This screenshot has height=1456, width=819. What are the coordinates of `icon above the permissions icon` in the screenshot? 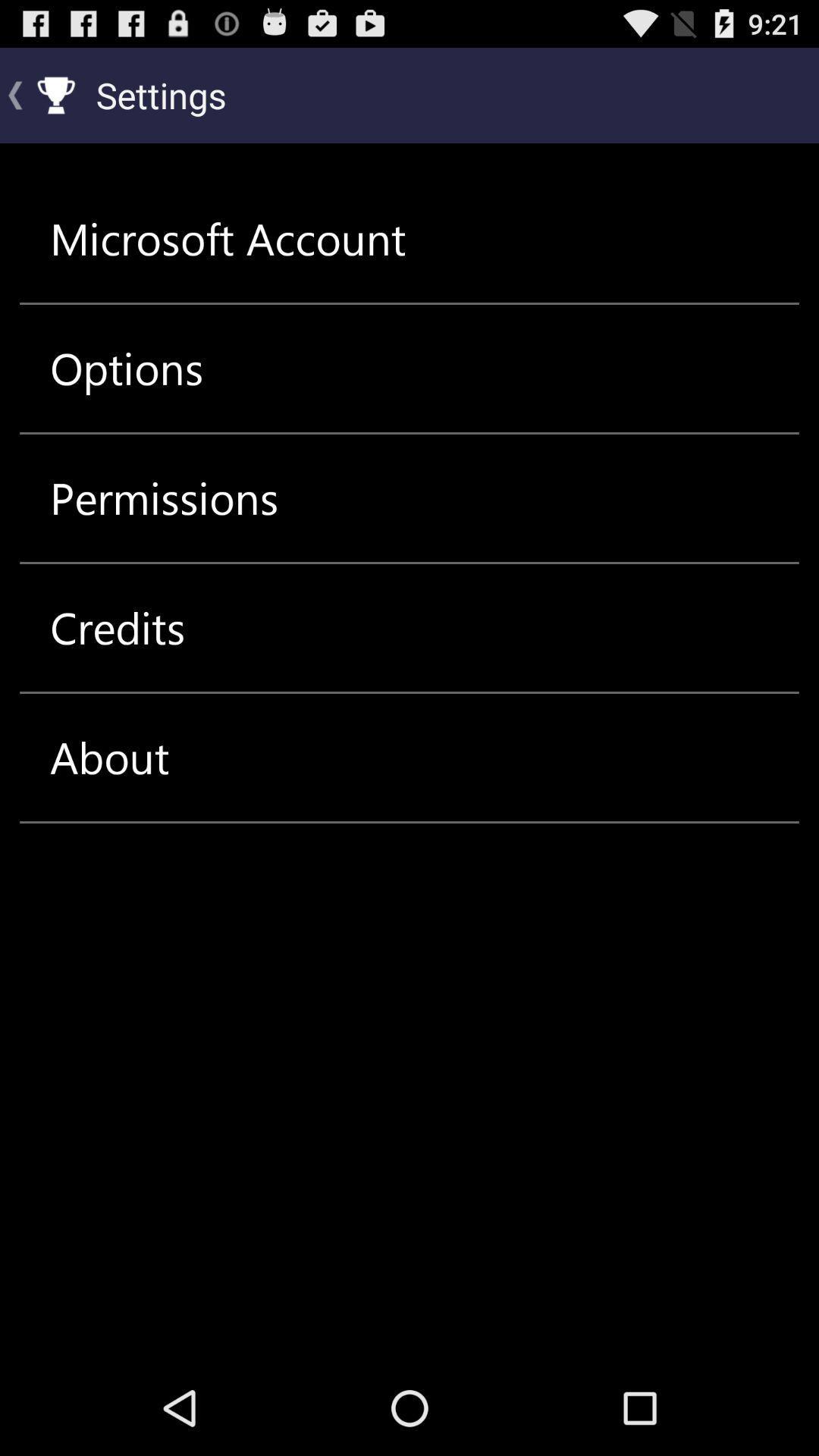 It's located at (126, 368).